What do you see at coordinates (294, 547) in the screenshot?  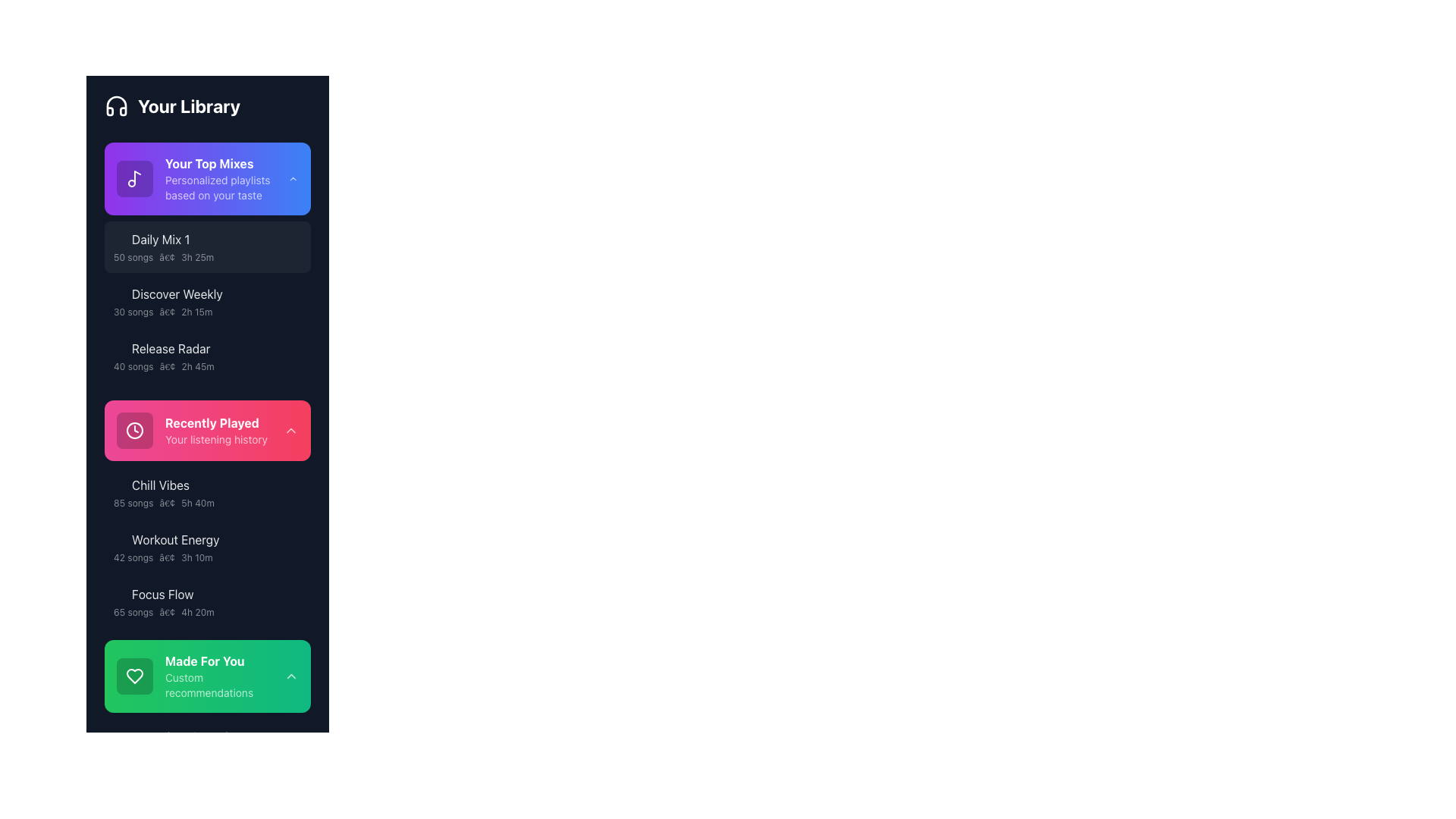 I see `the circular '+' button located on the right side of the 'Workout Energy' playlist section` at bounding box center [294, 547].